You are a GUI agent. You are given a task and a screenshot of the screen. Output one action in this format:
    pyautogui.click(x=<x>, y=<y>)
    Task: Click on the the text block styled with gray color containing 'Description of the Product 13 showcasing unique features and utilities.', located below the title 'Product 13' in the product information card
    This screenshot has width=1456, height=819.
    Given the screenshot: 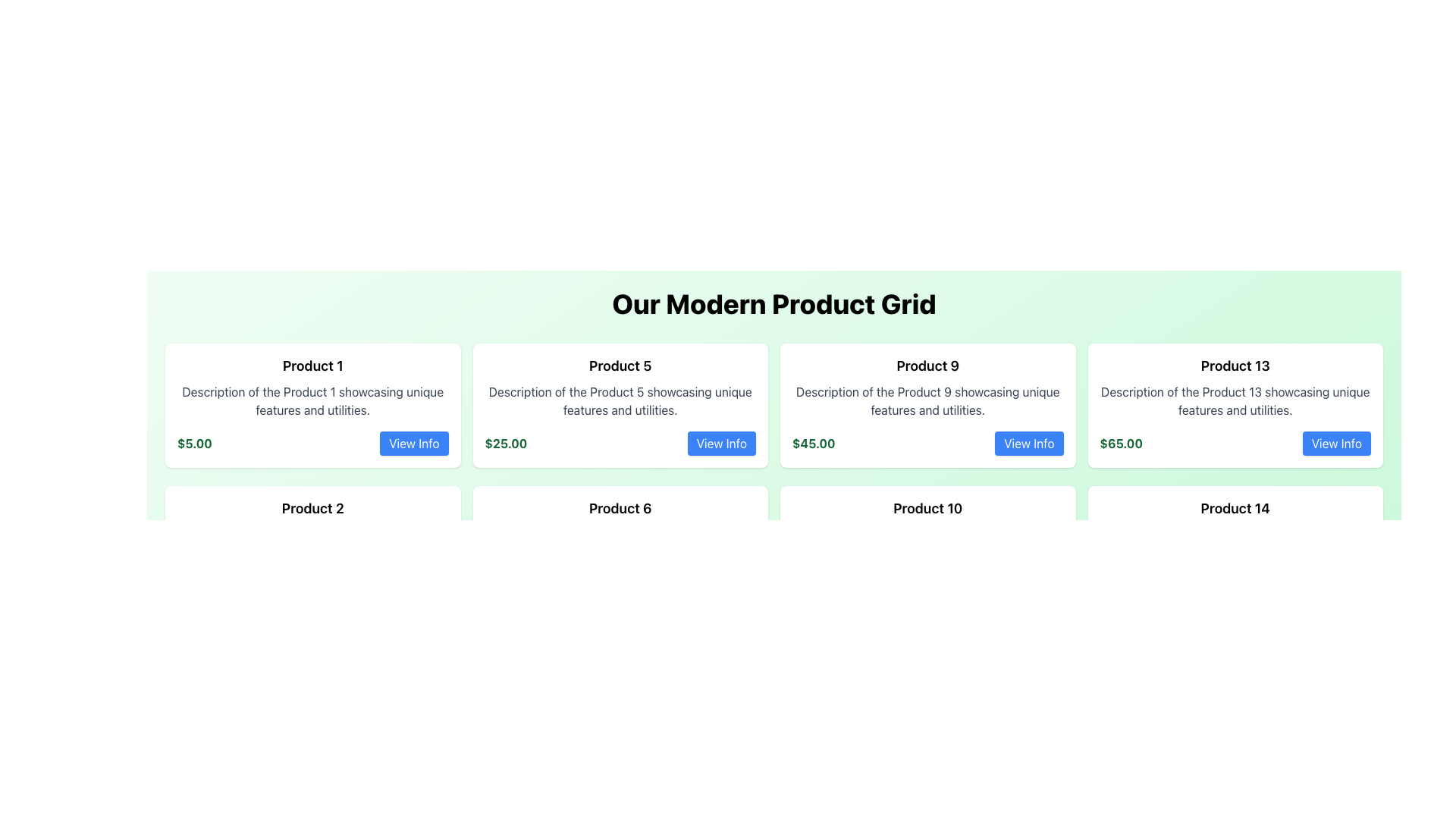 What is the action you would take?
    pyautogui.click(x=1235, y=400)
    